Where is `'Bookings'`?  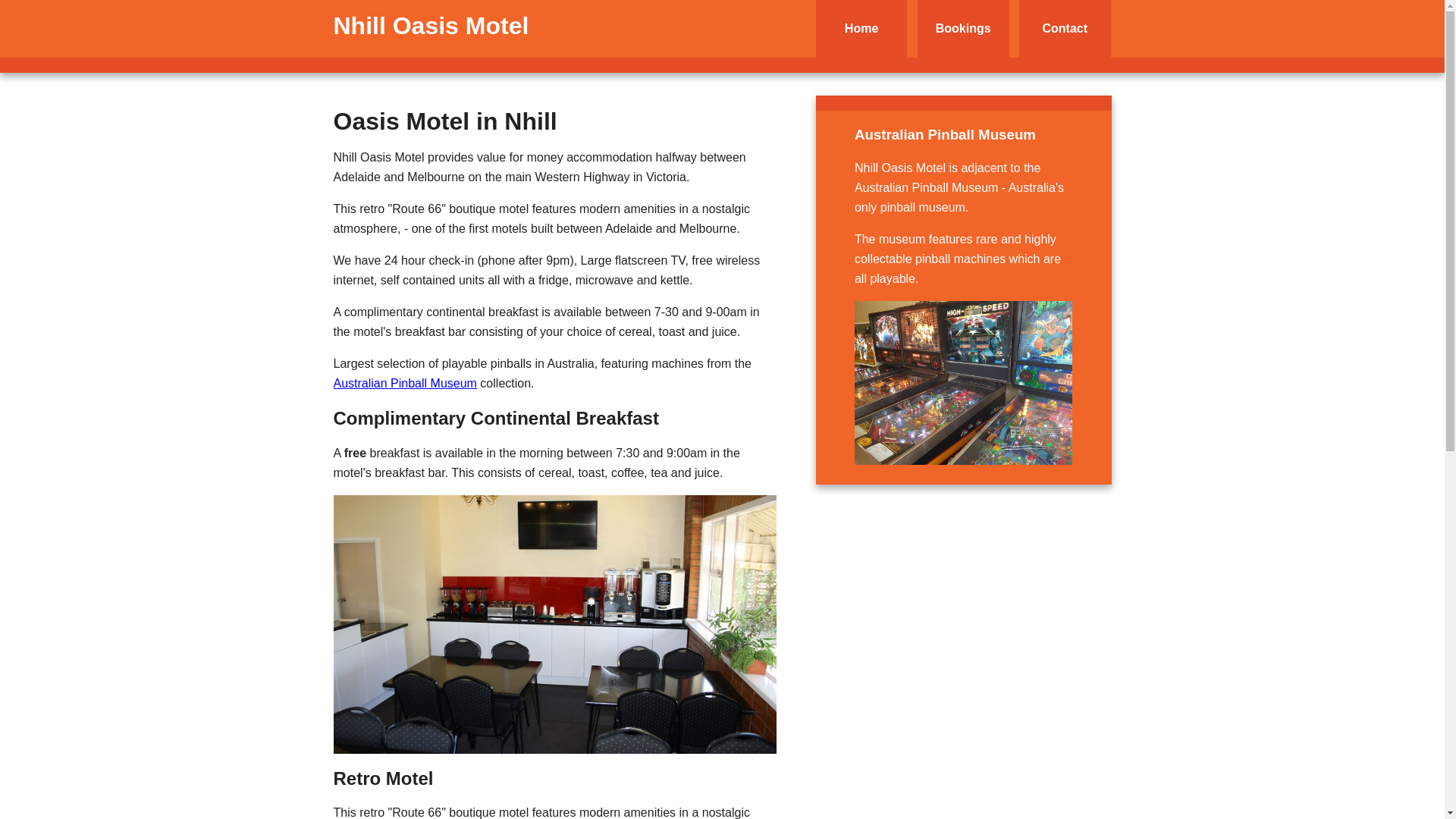 'Bookings' is located at coordinates (962, 29).